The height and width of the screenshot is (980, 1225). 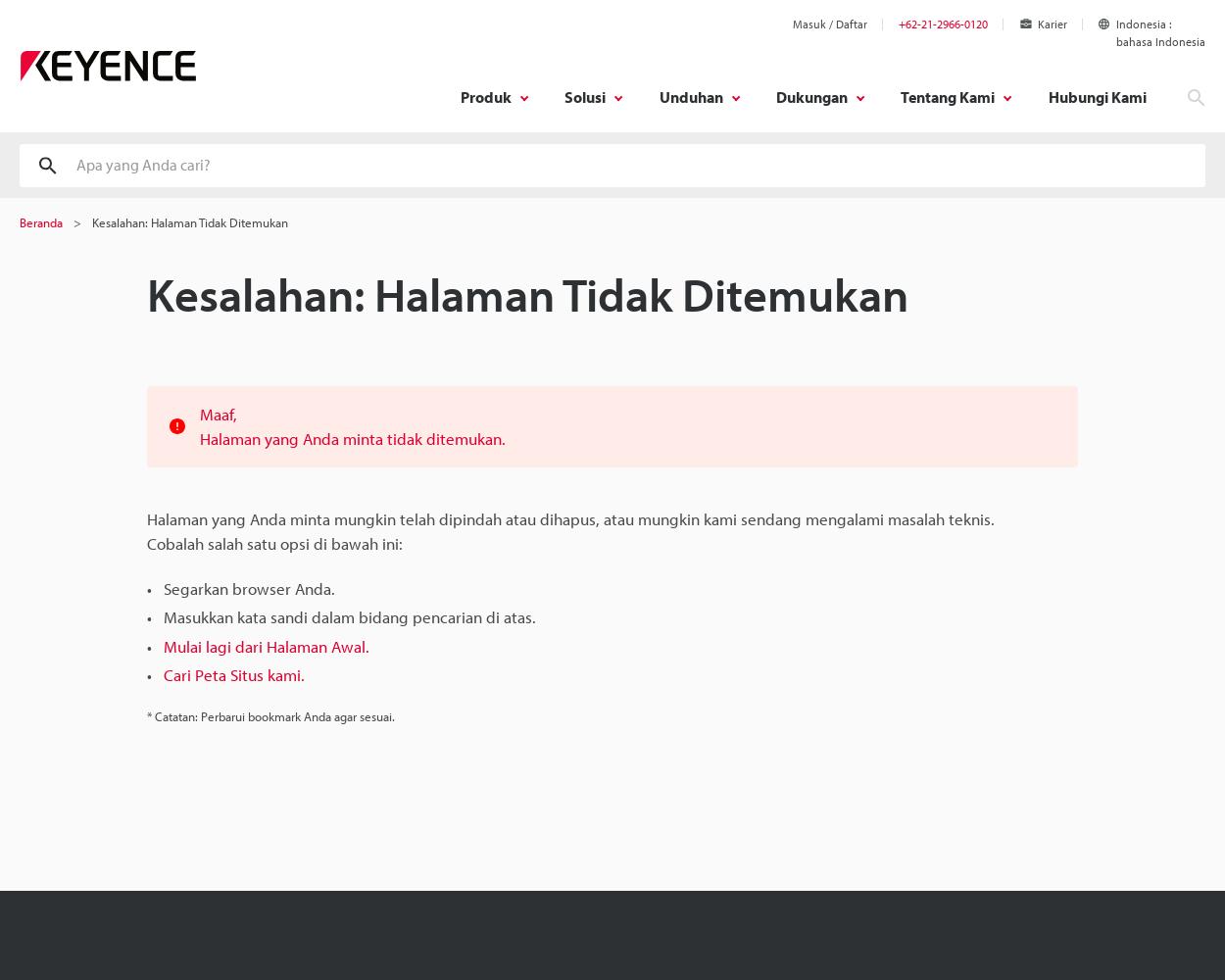 I want to click on 'Indonesia', so click(x=1141, y=24).